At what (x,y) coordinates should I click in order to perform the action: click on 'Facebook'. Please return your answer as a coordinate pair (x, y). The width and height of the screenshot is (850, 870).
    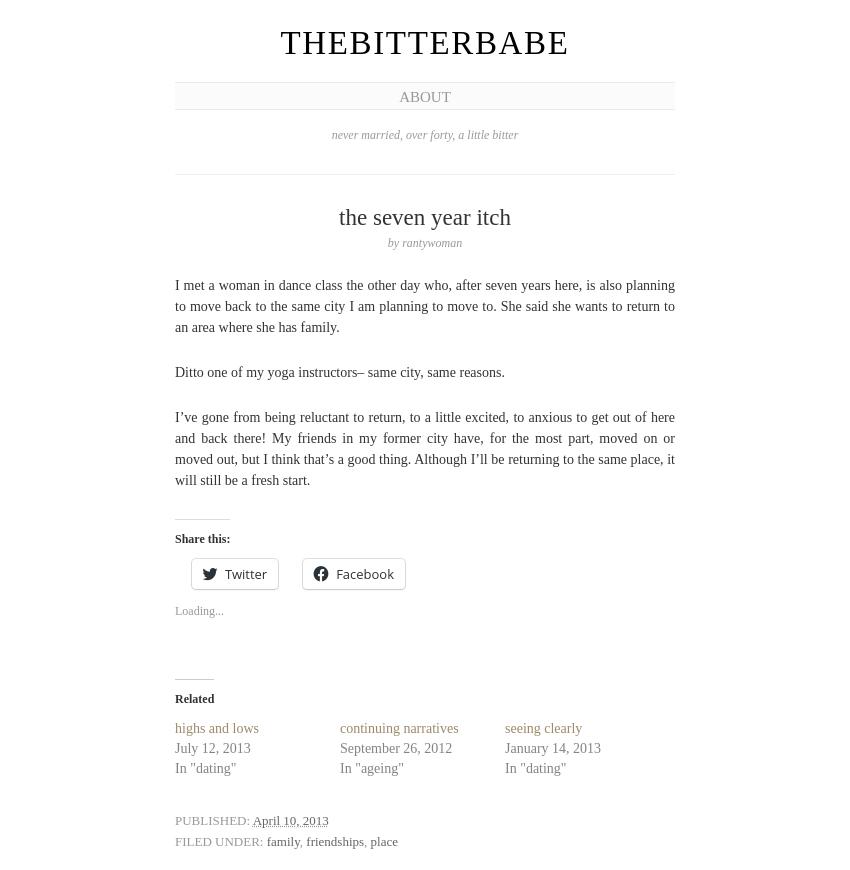
    Looking at the image, I should click on (363, 571).